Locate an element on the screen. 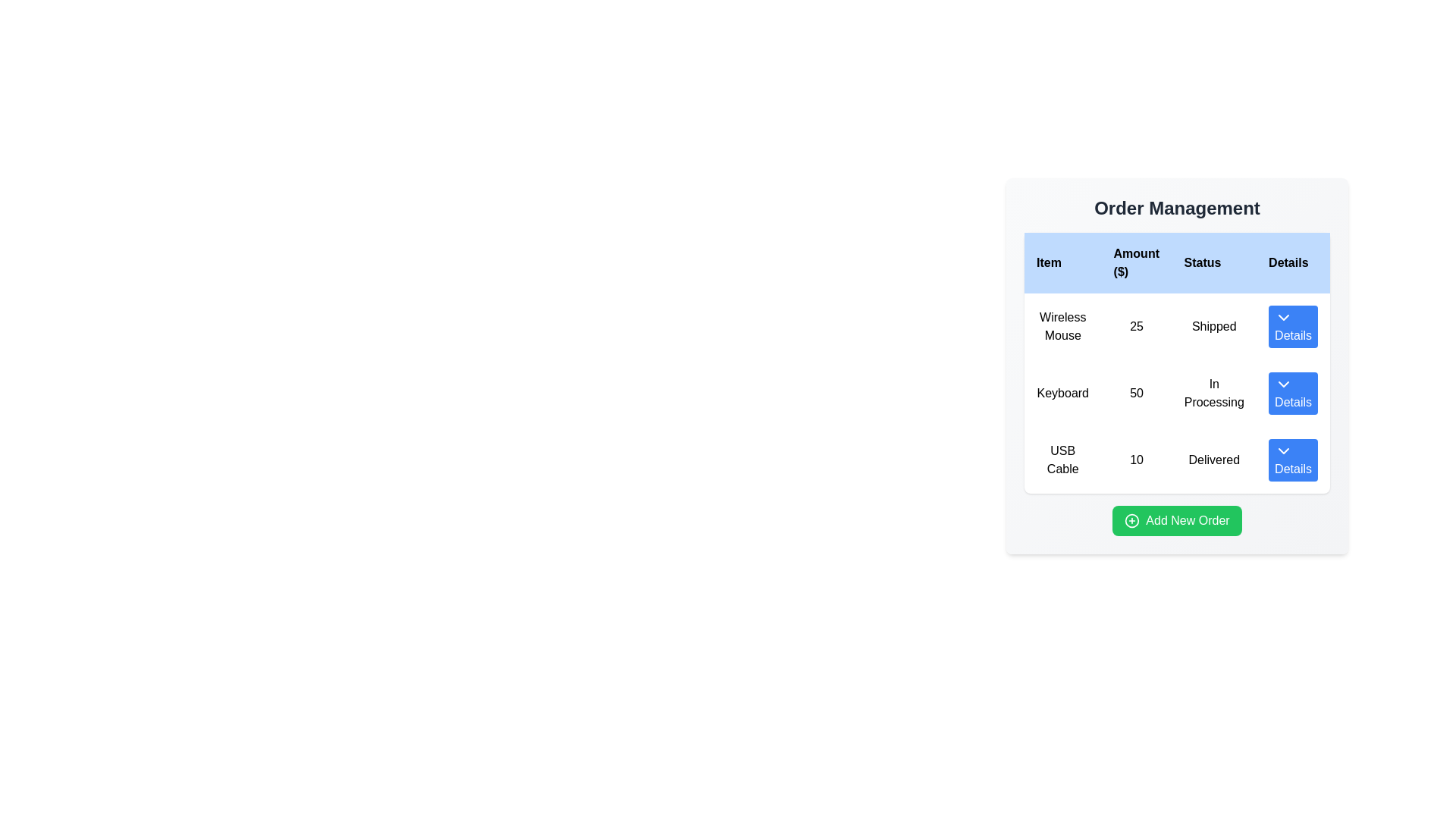 The height and width of the screenshot is (819, 1456). the third 'Details' button is located at coordinates (1291, 459).